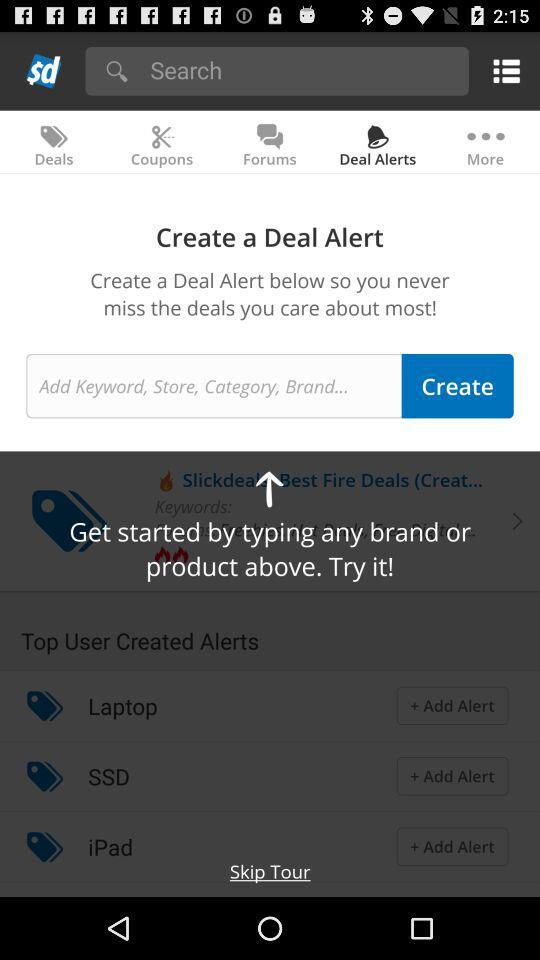 This screenshot has width=540, height=960. I want to click on the icon to the left of the ssd icon, so click(44, 775).